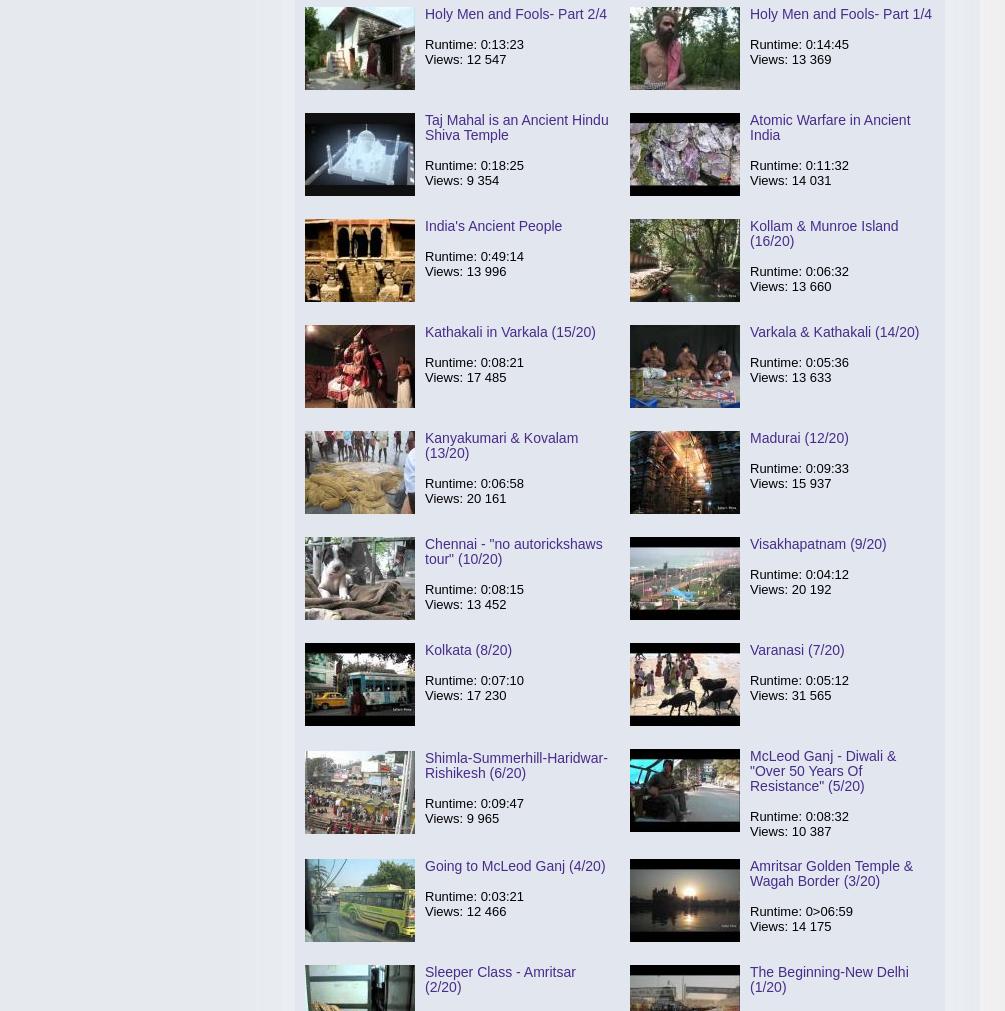 The height and width of the screenshot is (1011, 1005). What do you see at coordinates (499, 979) in the screenshot?
I see `'Sleeper Class - Amritsar (2/20)'` at bounding box center [499, 979].